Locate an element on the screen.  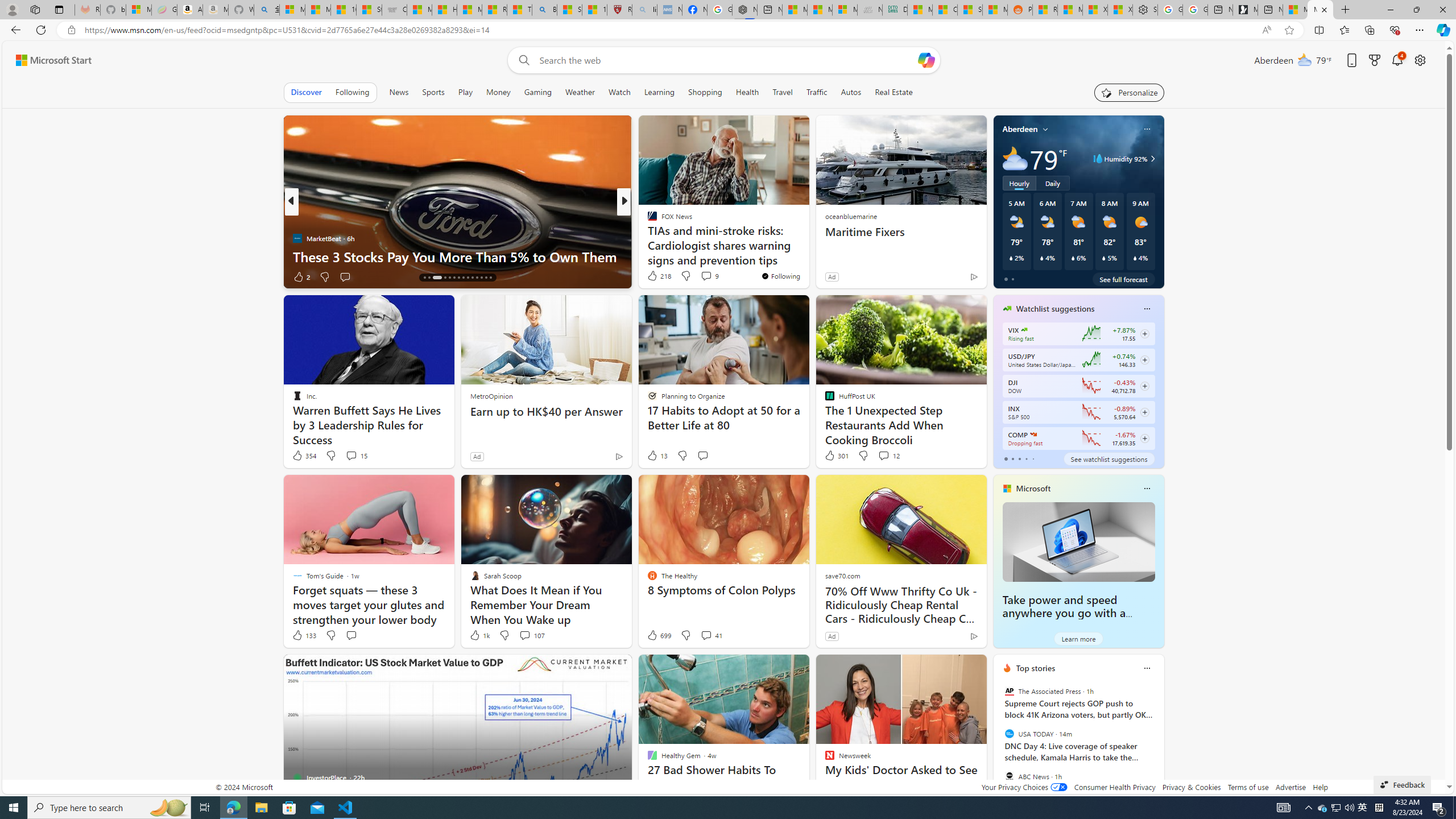
'Bing' is located at coordinates (544, 9).